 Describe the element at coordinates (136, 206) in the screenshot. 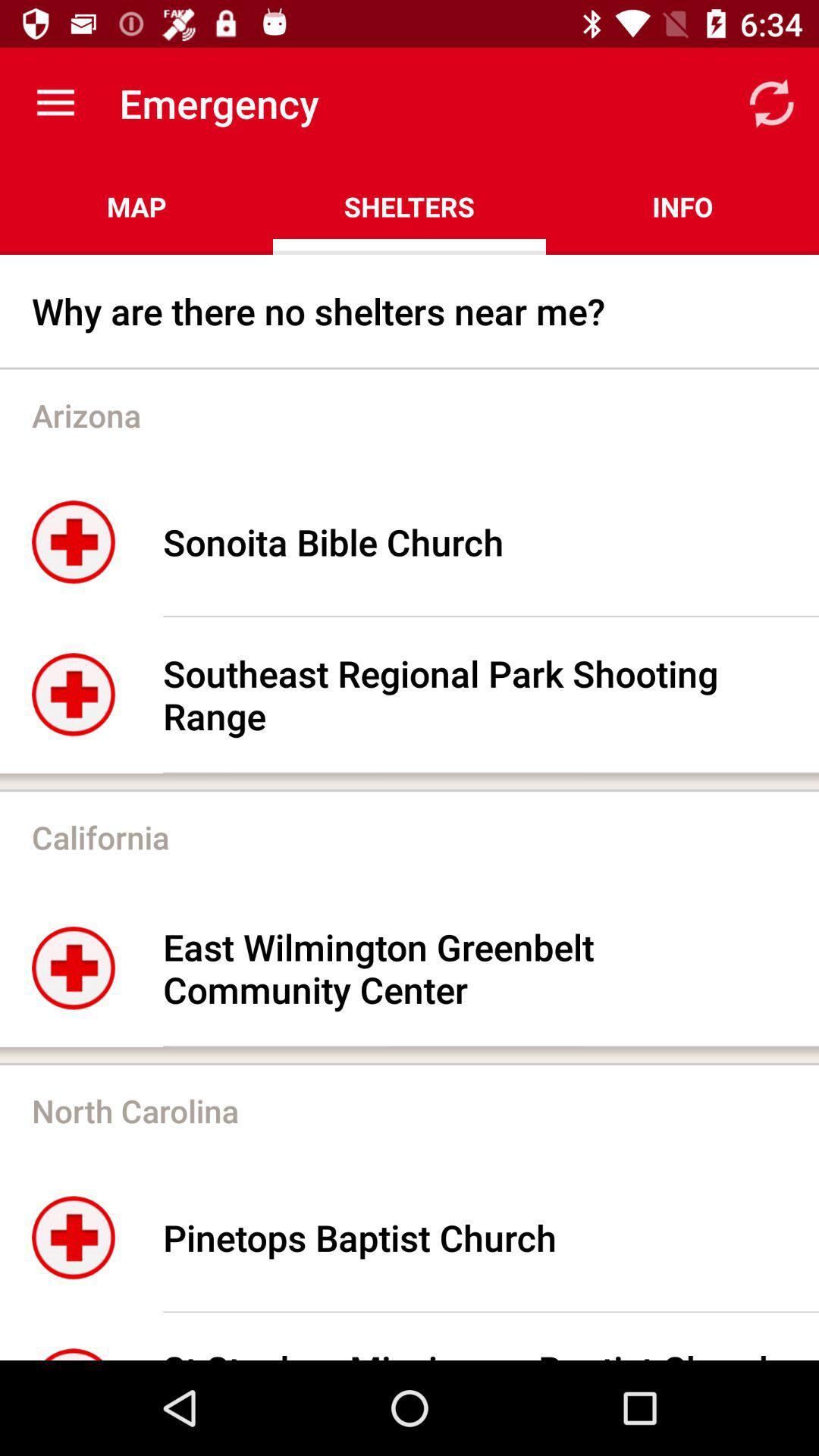

I see `item above the why are there icon` at that location.